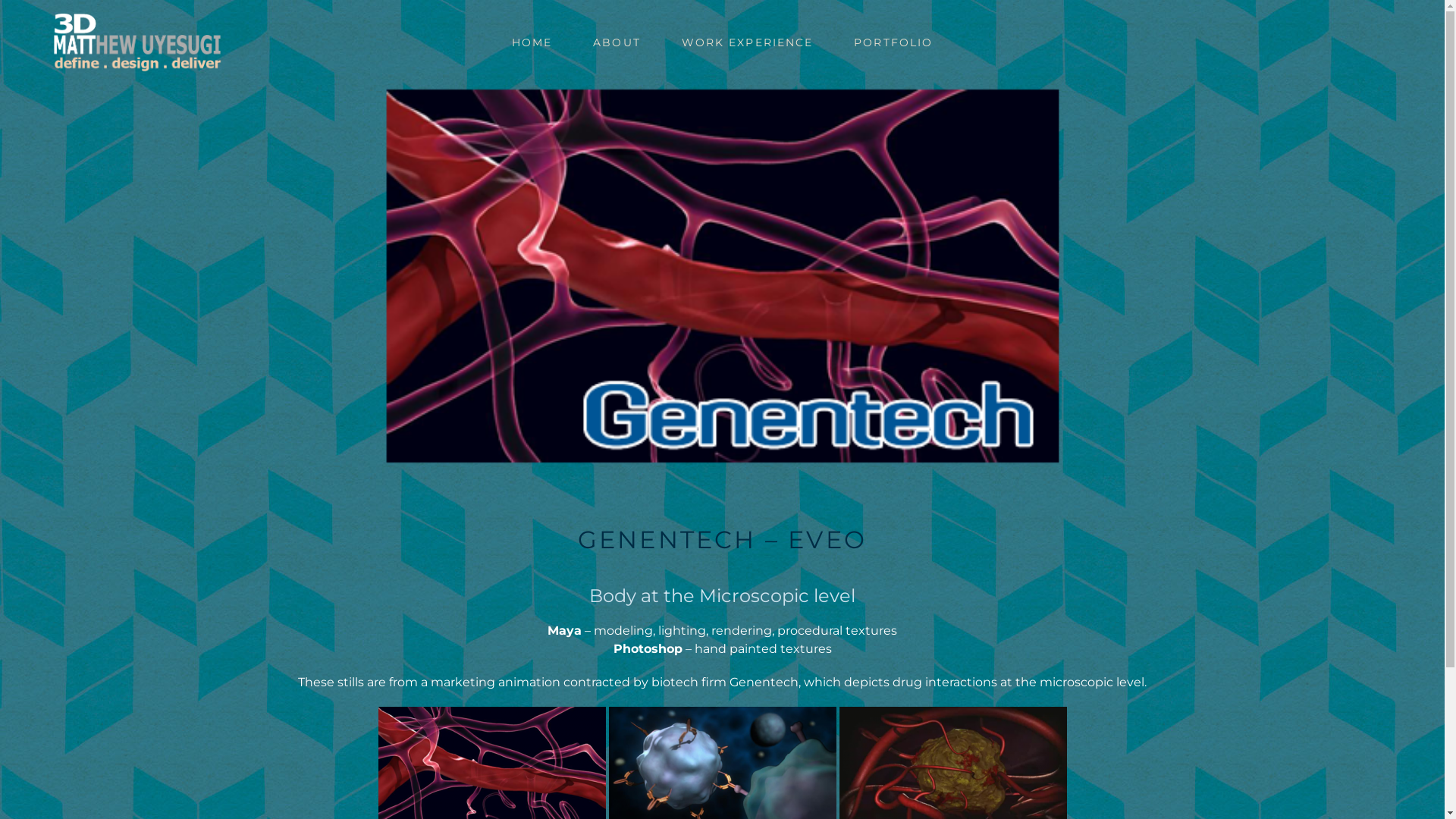  What do you see at coordinates (617, 42) in the screenshot?
I see `'ABOUT'` at bounding box center [617, 42].